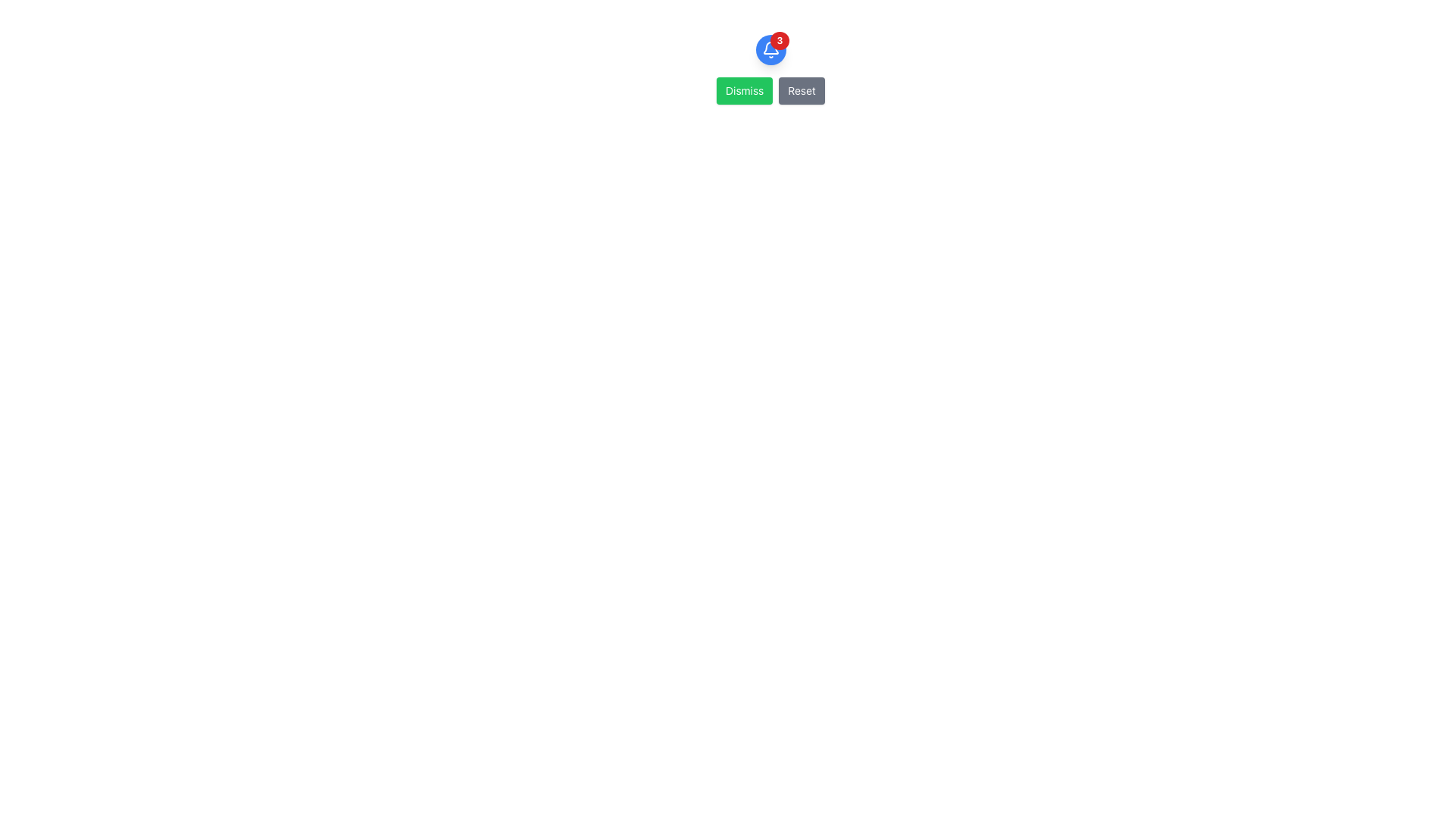  I want to click on the bell icon representing notifications, which is situated within a circular blue background at the top-center of the interface, so click(770, 49).